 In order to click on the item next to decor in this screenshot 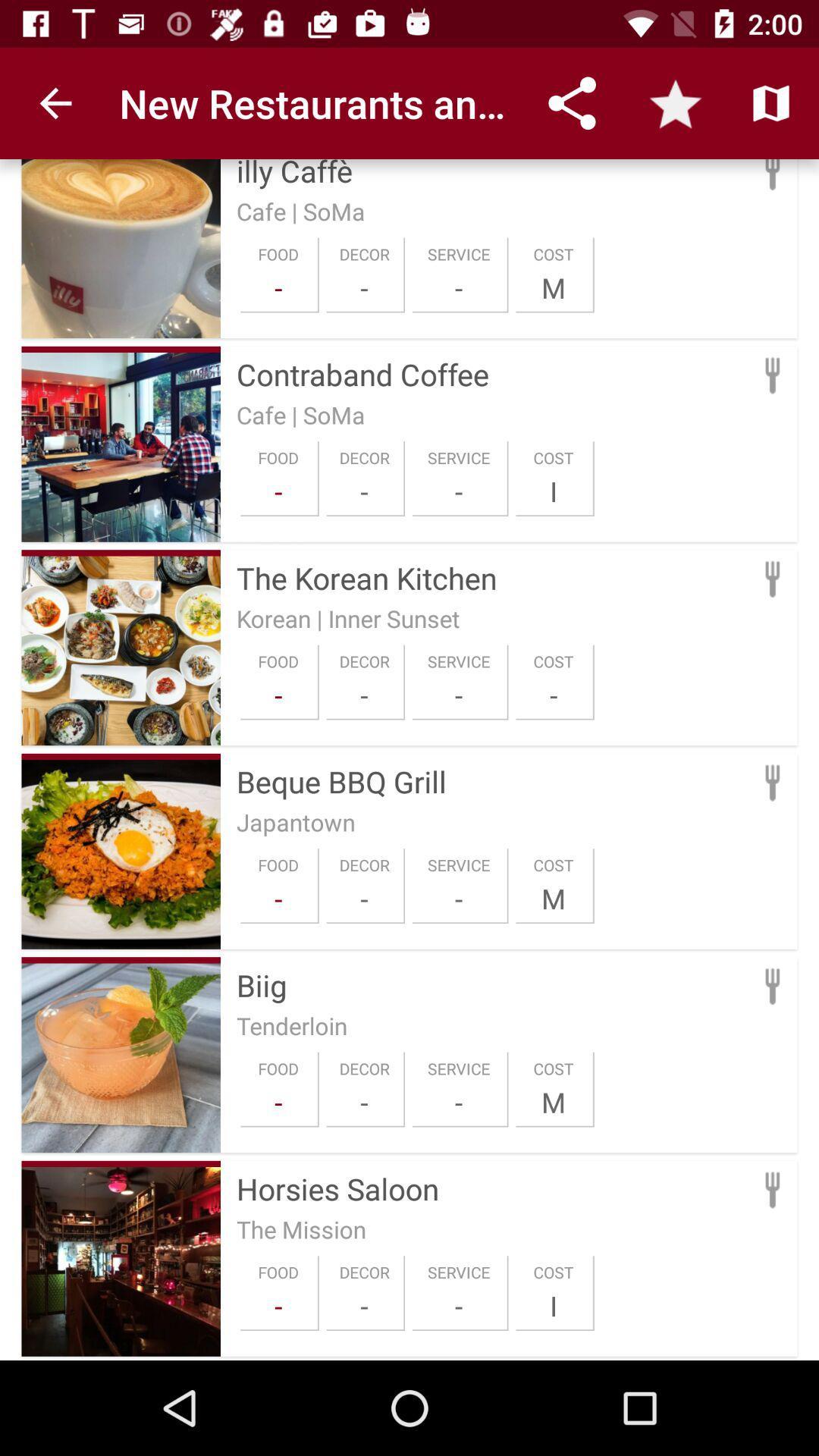, I will do `click(278, 1102)`.